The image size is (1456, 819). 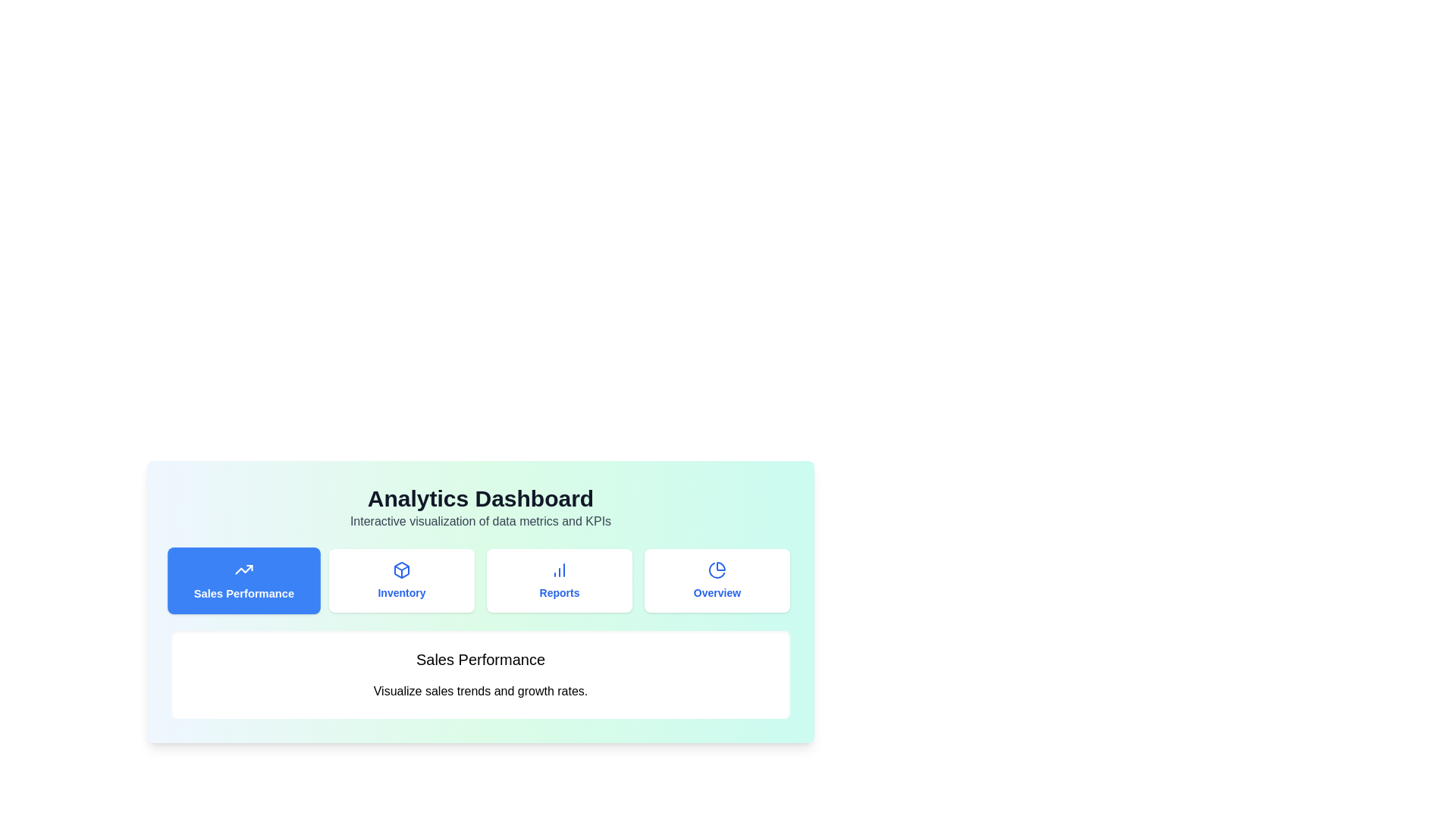 What do you see at coordinates (716, 580) in the screenshot?
I see `the tab labeled Overview` at bounding box center [716, 580].